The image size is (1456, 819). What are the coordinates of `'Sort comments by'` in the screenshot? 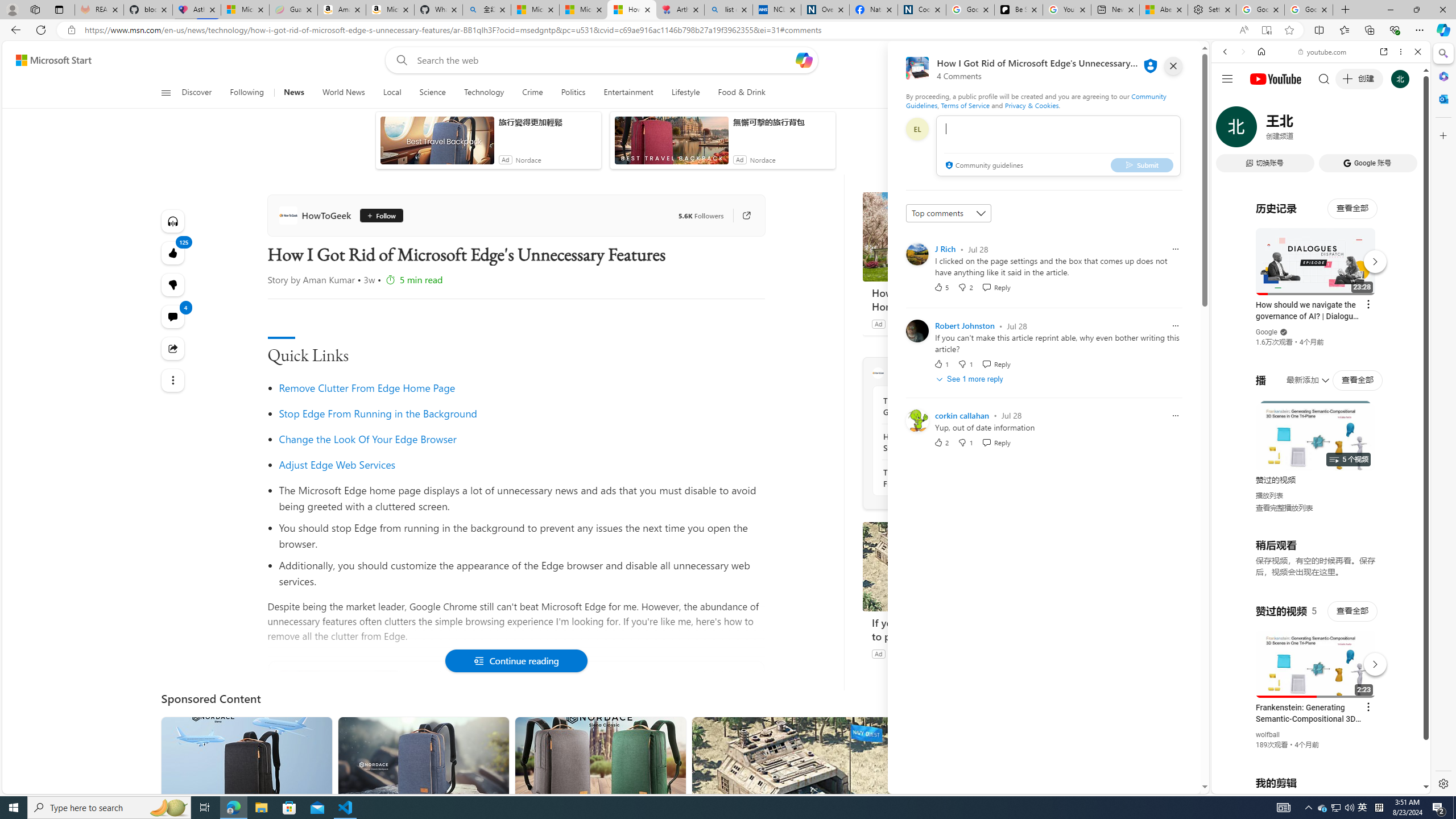 It's located at (948, 213).